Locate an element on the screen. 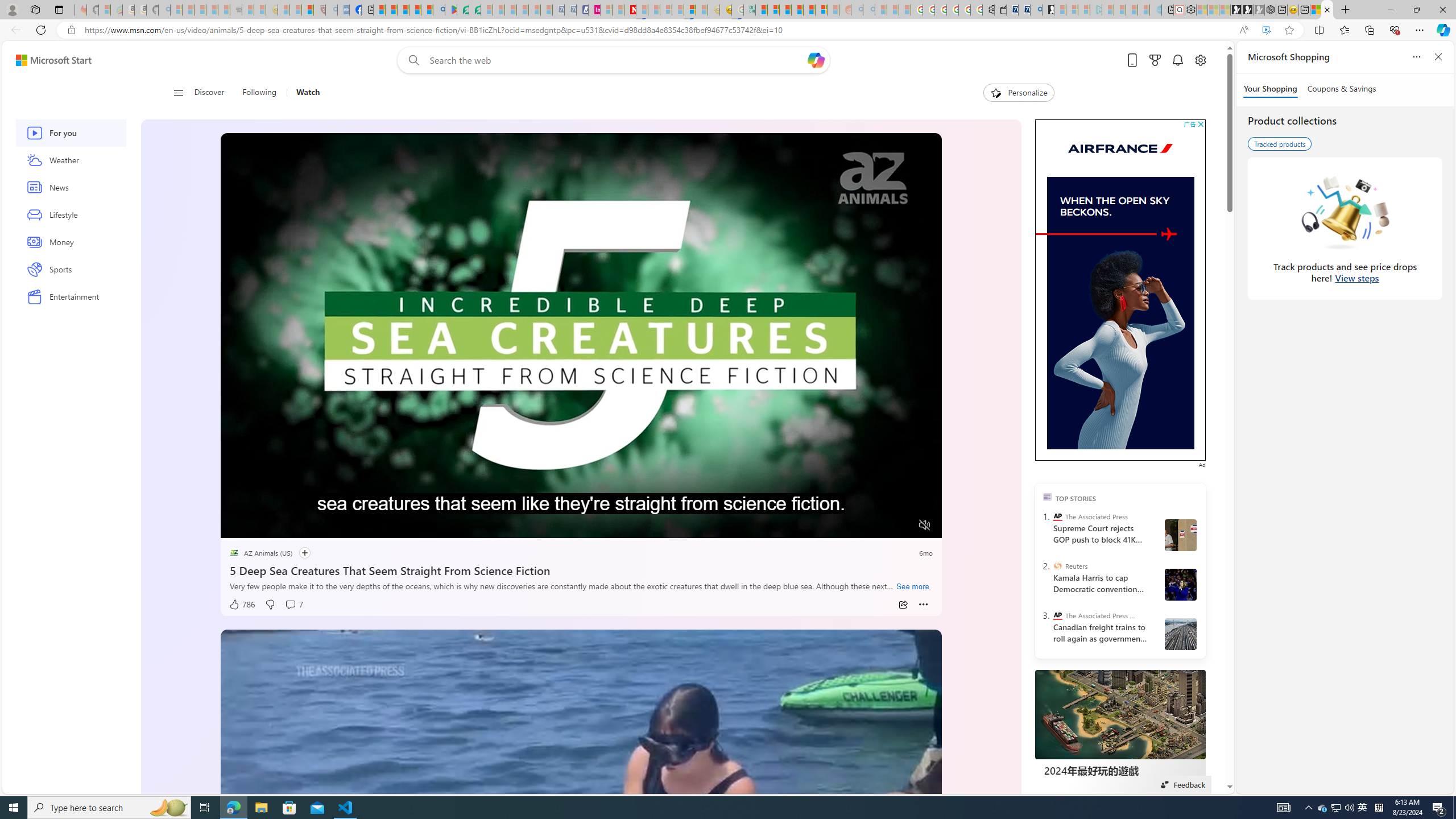  ' Harris and Walz campaign in Wisconsin' is located at coordinates (1180, 584).